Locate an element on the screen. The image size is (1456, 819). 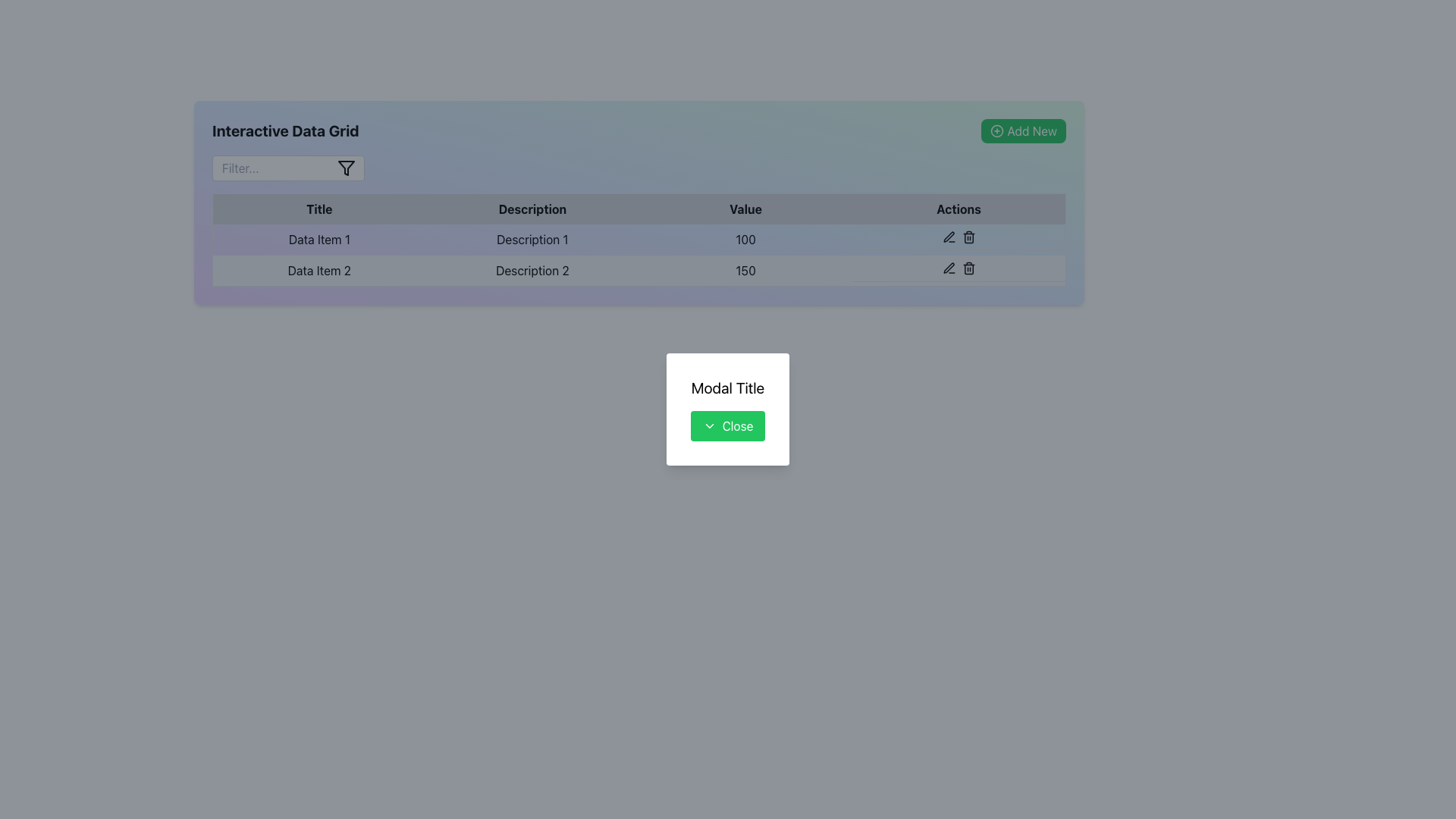
the edit icon (pencil) in the 'Actions' column for the row labeled 'Data Item 2' is located at coordinates (948, 237).